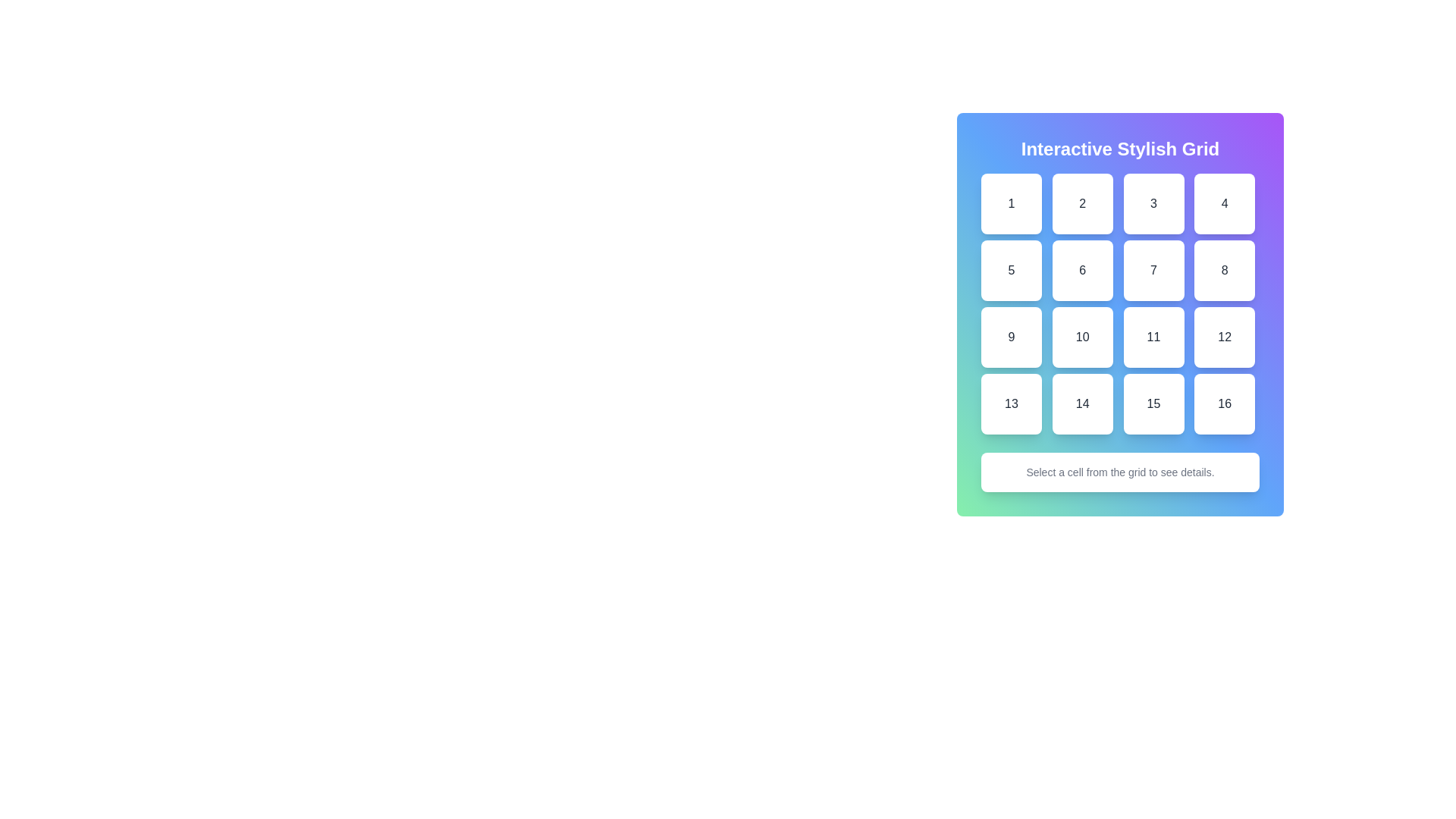  I want to click on the interactive button that triggers an action related to the number '7' in the second row and third column of the 4x4 grid layout to observe the scale effect, so click(1153, 270).